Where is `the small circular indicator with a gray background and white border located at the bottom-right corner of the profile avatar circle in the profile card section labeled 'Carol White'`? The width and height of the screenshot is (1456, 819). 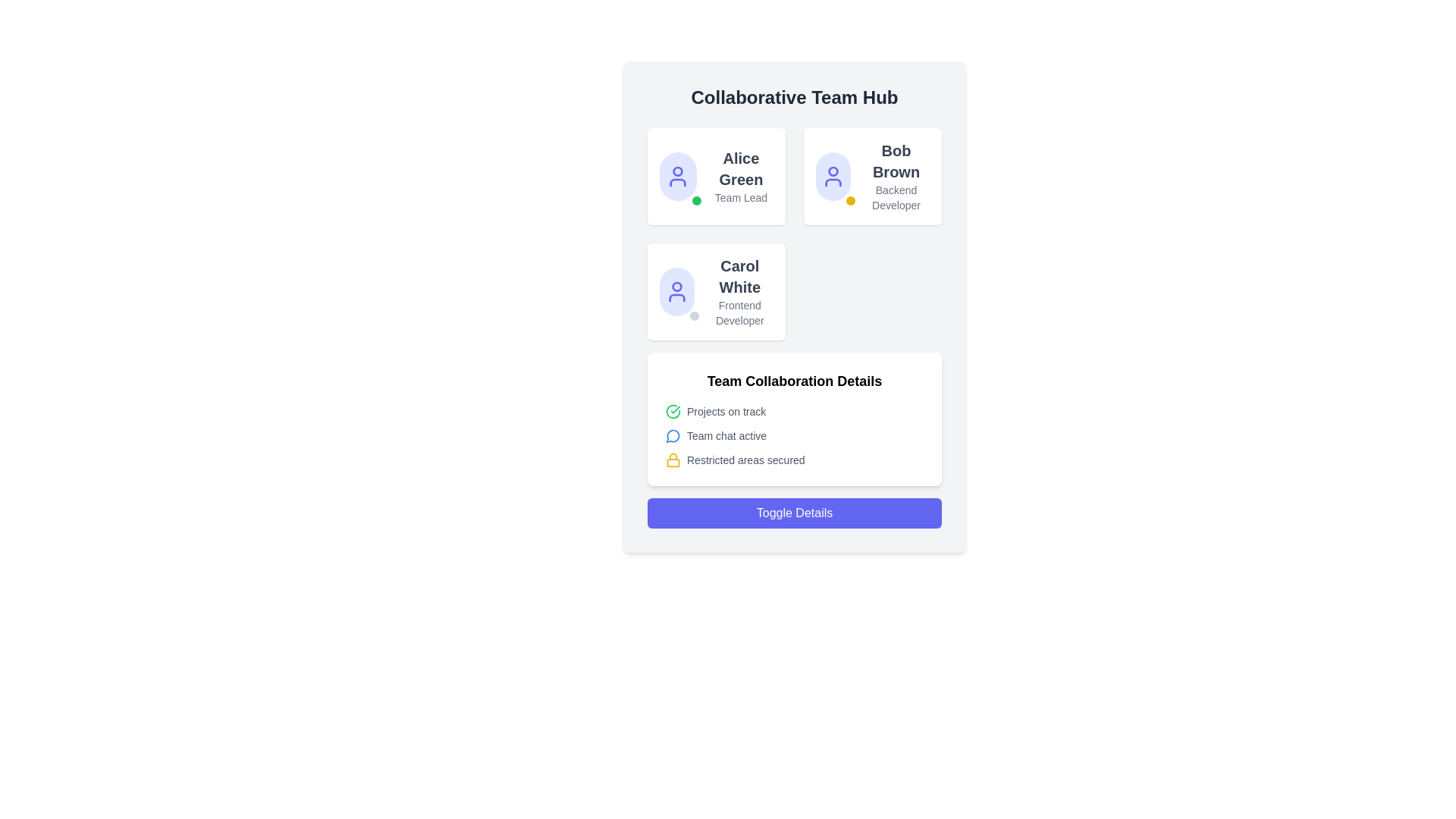 the small circular indicator with a gray background and white border located at the bottom-right corner of the profile avatar circle in the profile card section labeled 'Carol White' is located at coordinates (693, 315).